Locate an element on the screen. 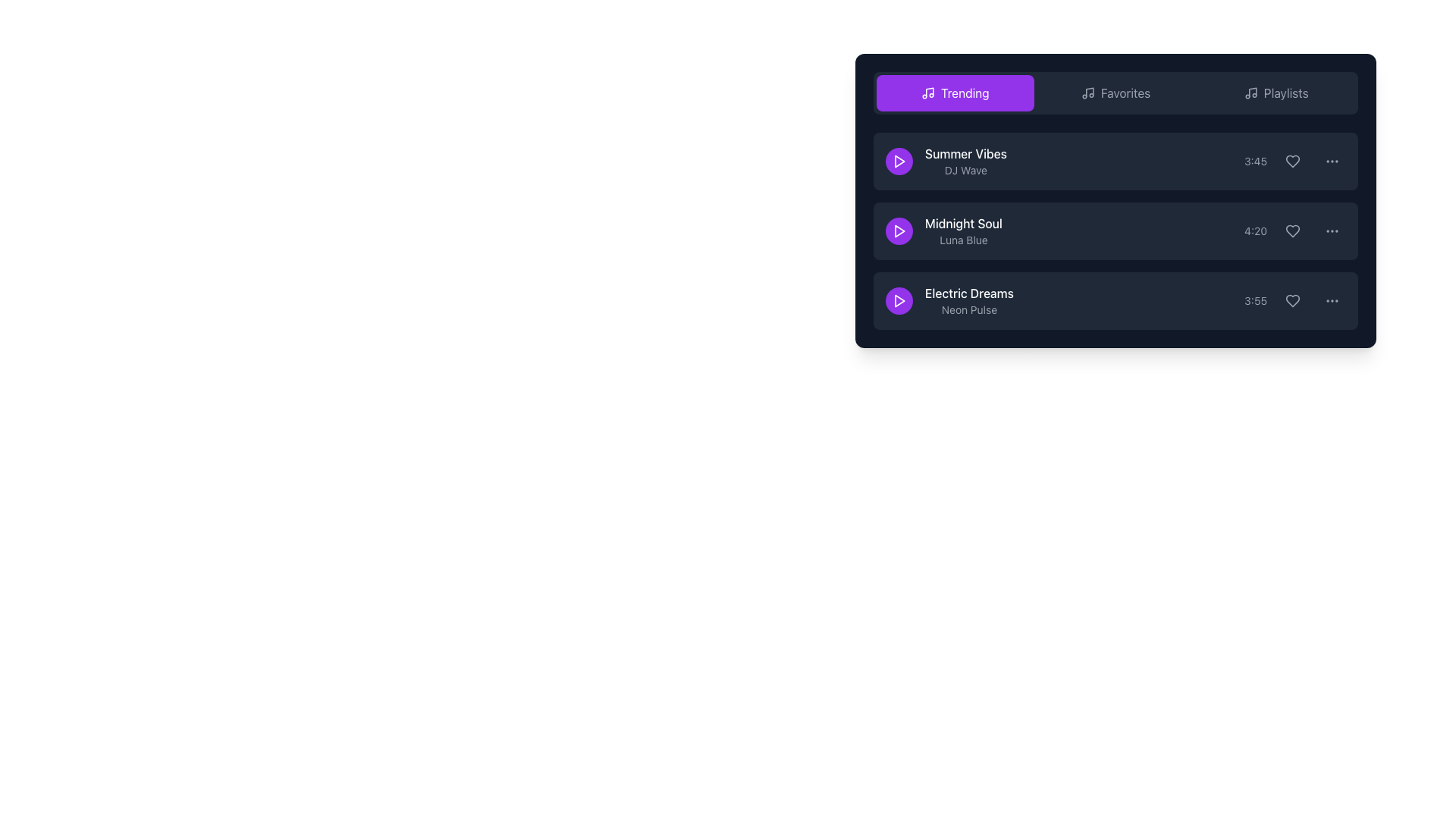  text of the song title label for 'Electric Dreams', which is the third song in the vertical list of the music interface, located above the subtitle 'Neon Pulse' is located at coordinates (968, 293).